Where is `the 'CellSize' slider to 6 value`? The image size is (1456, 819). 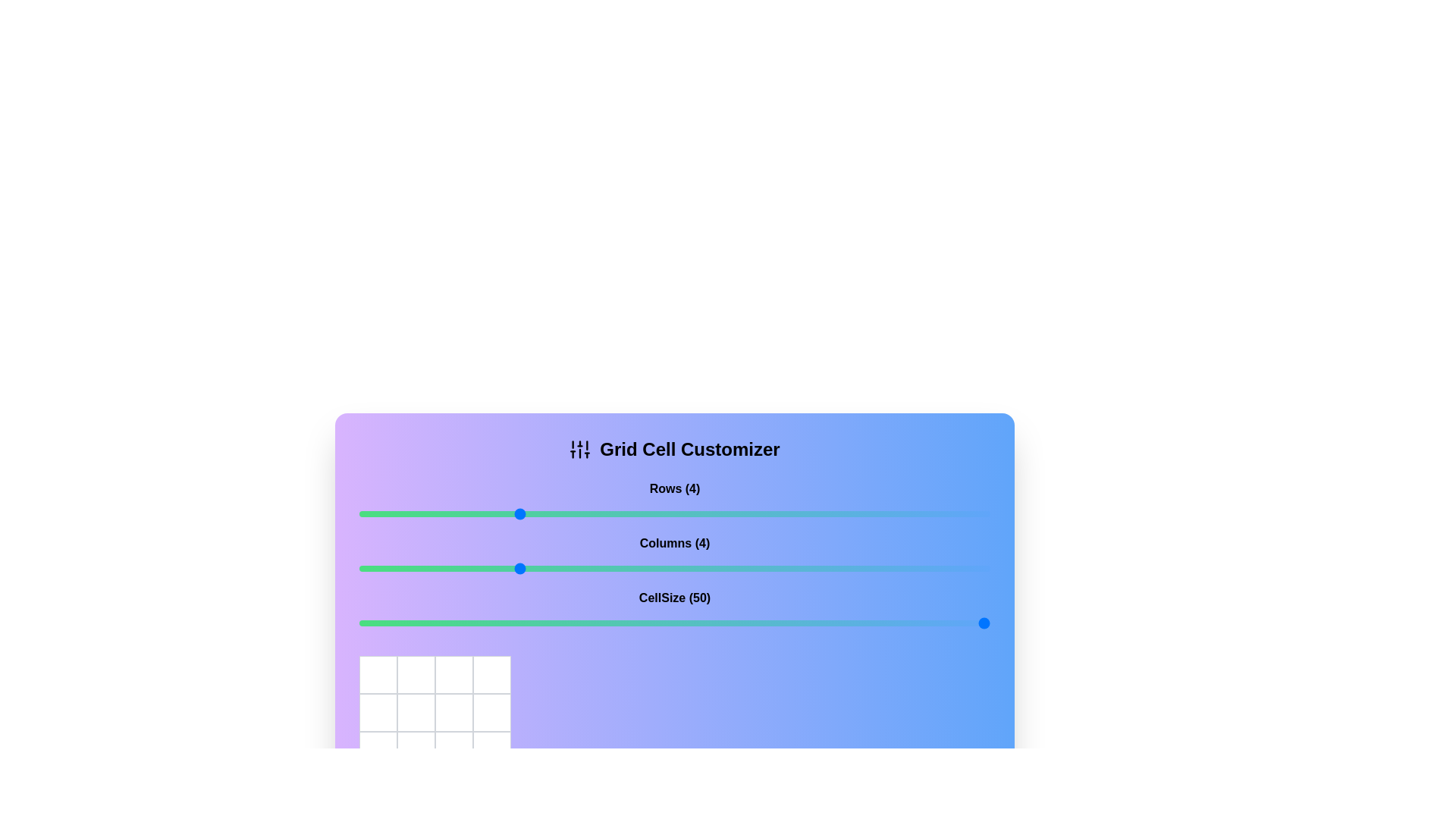
the 'CellSize' slider to 6 value is located at coordinates (673, 623).